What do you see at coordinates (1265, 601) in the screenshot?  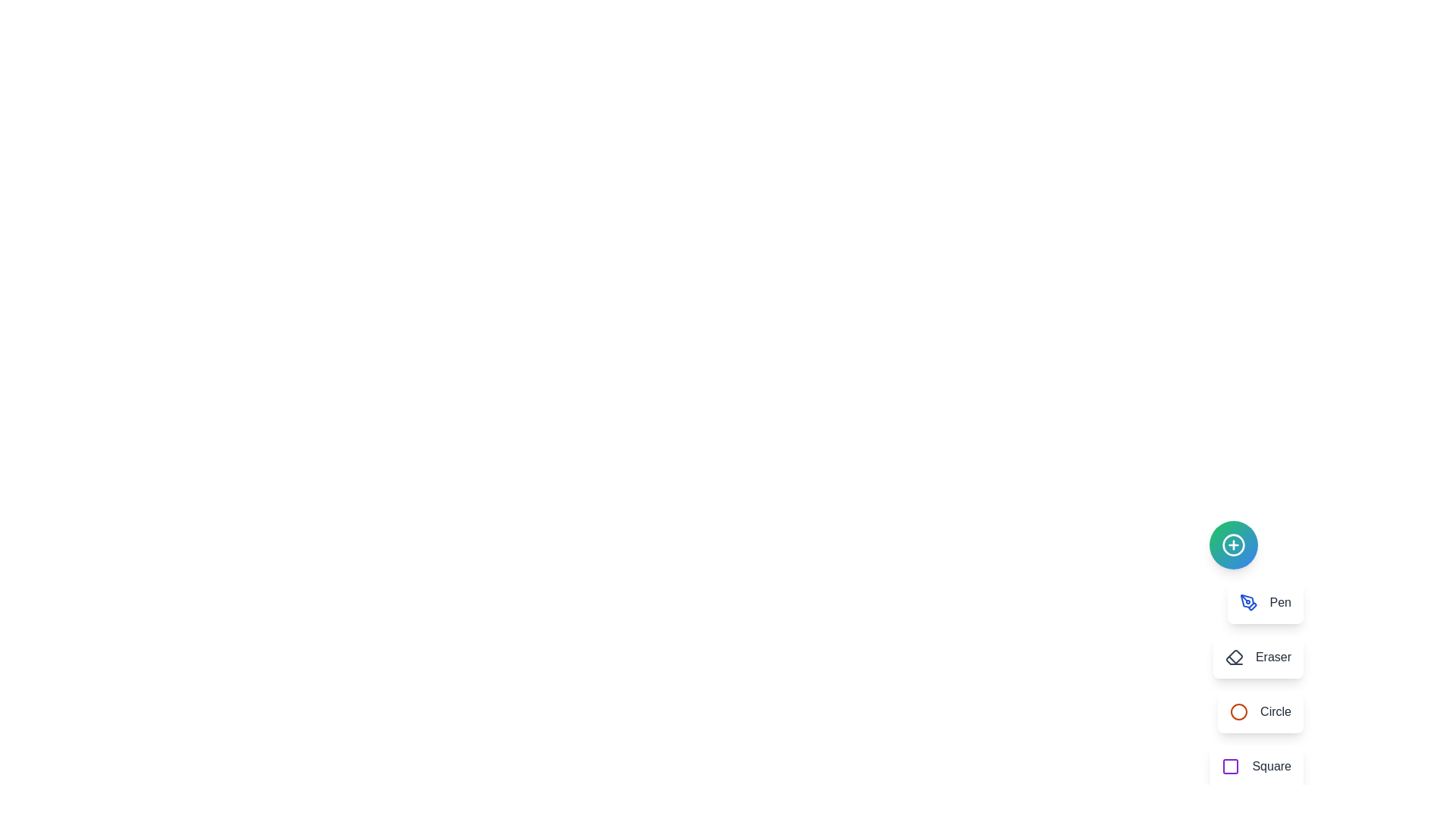 I see `the Pen button to select the corresponding drawing tool` at bounding box center [1265, 601].